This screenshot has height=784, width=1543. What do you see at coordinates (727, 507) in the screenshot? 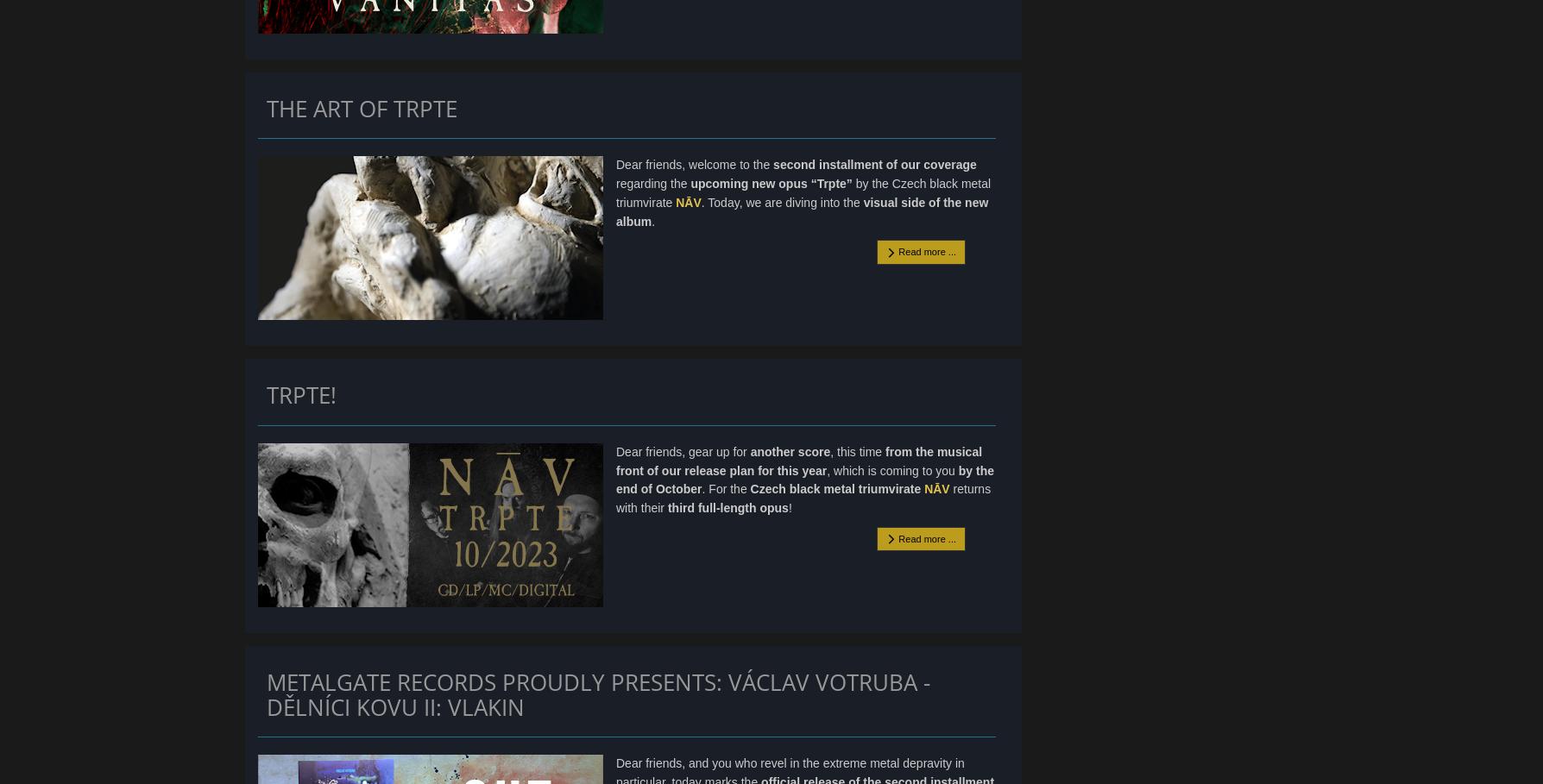
I see `'third full-length opus'` at bounding box center [727, 507].